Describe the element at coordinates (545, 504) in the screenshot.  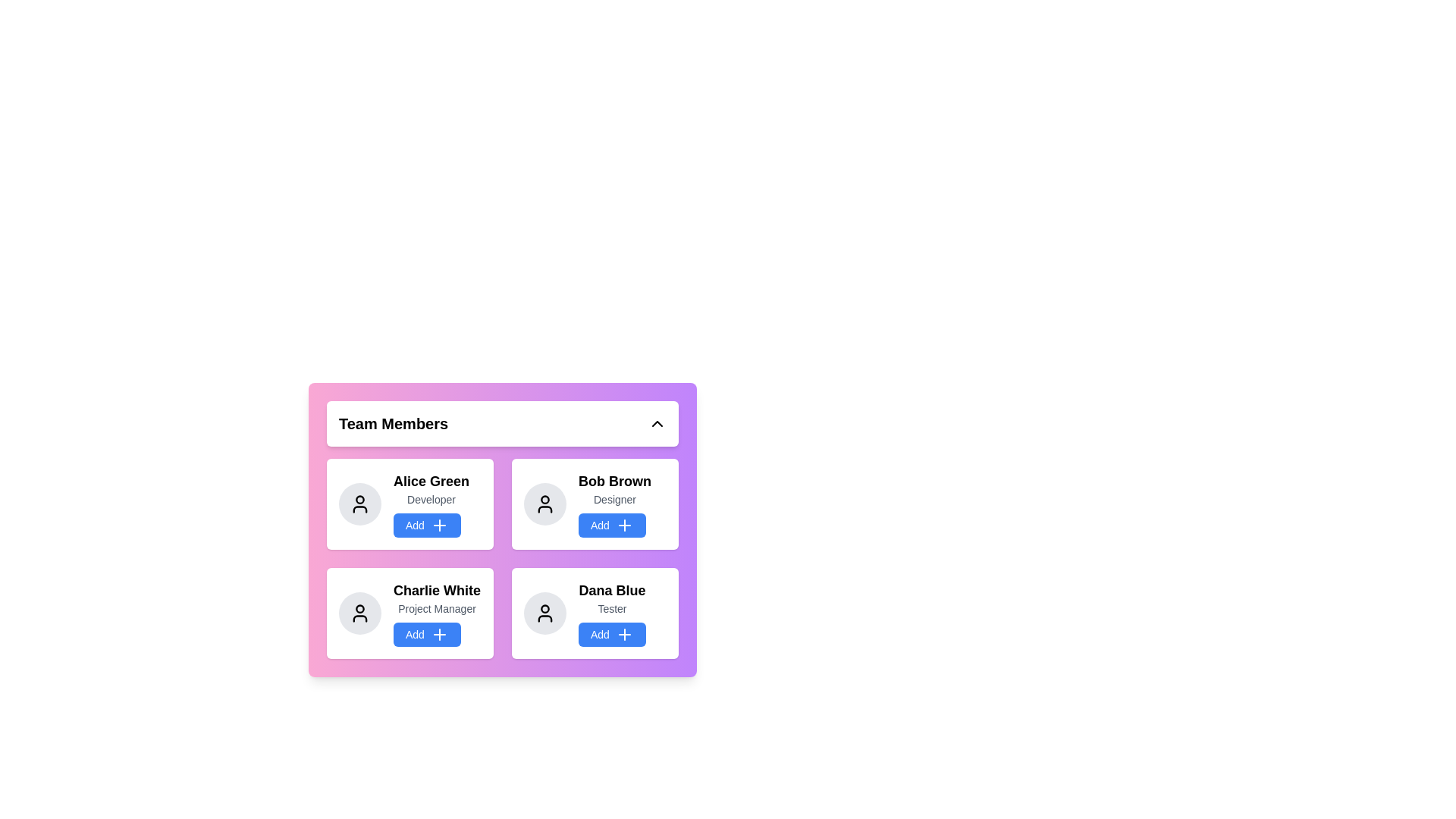
I see `the visual icon representing the team member 'Bob Brown' within the second card of the 'Team Members' section` at that location.